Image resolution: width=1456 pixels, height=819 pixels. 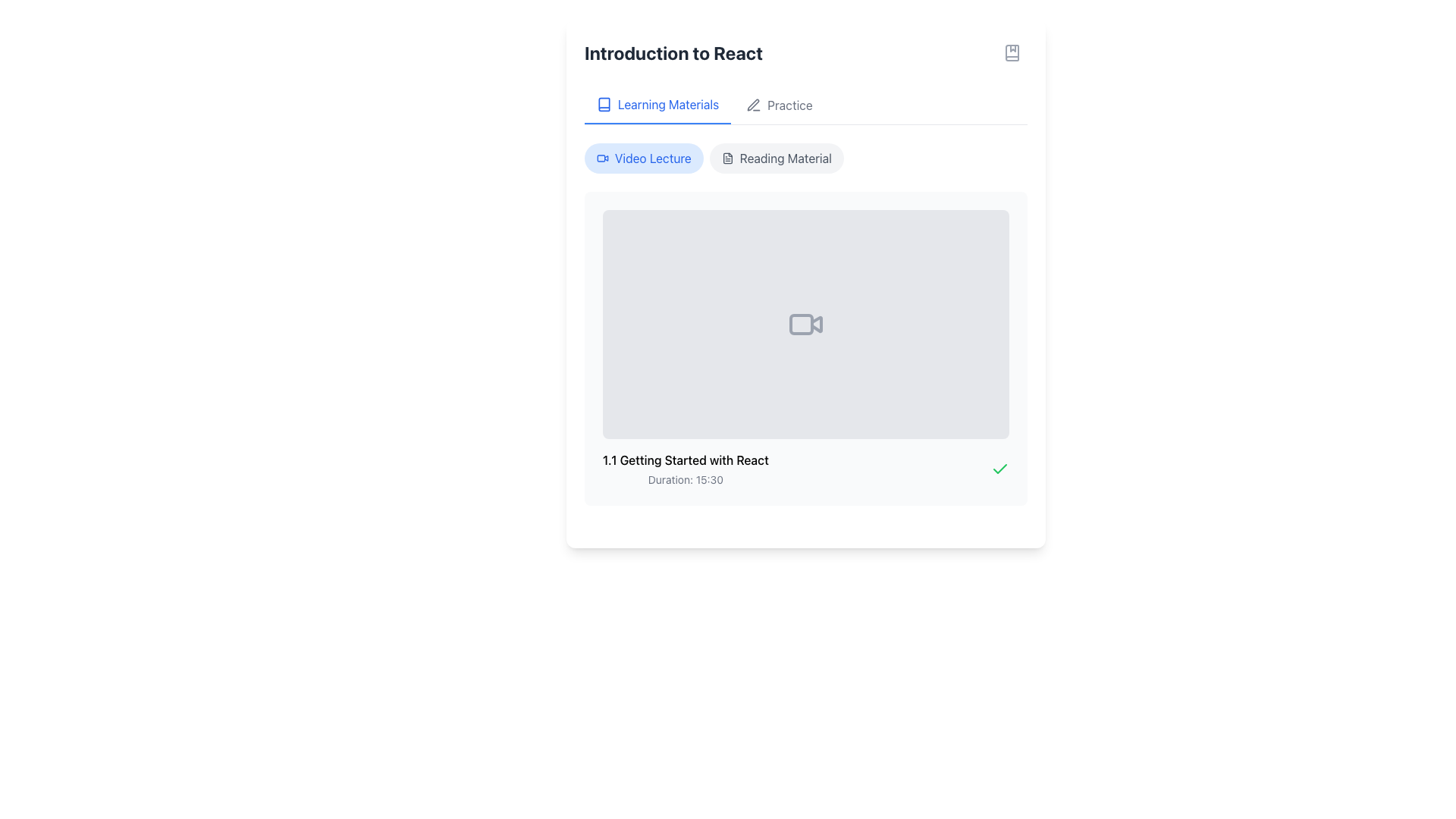 I want to click on the SVG-based video camera icon that serves as a visual cue for video content, located at the center of a gray rectangle within a larger card element, so click(x=805, y=323).